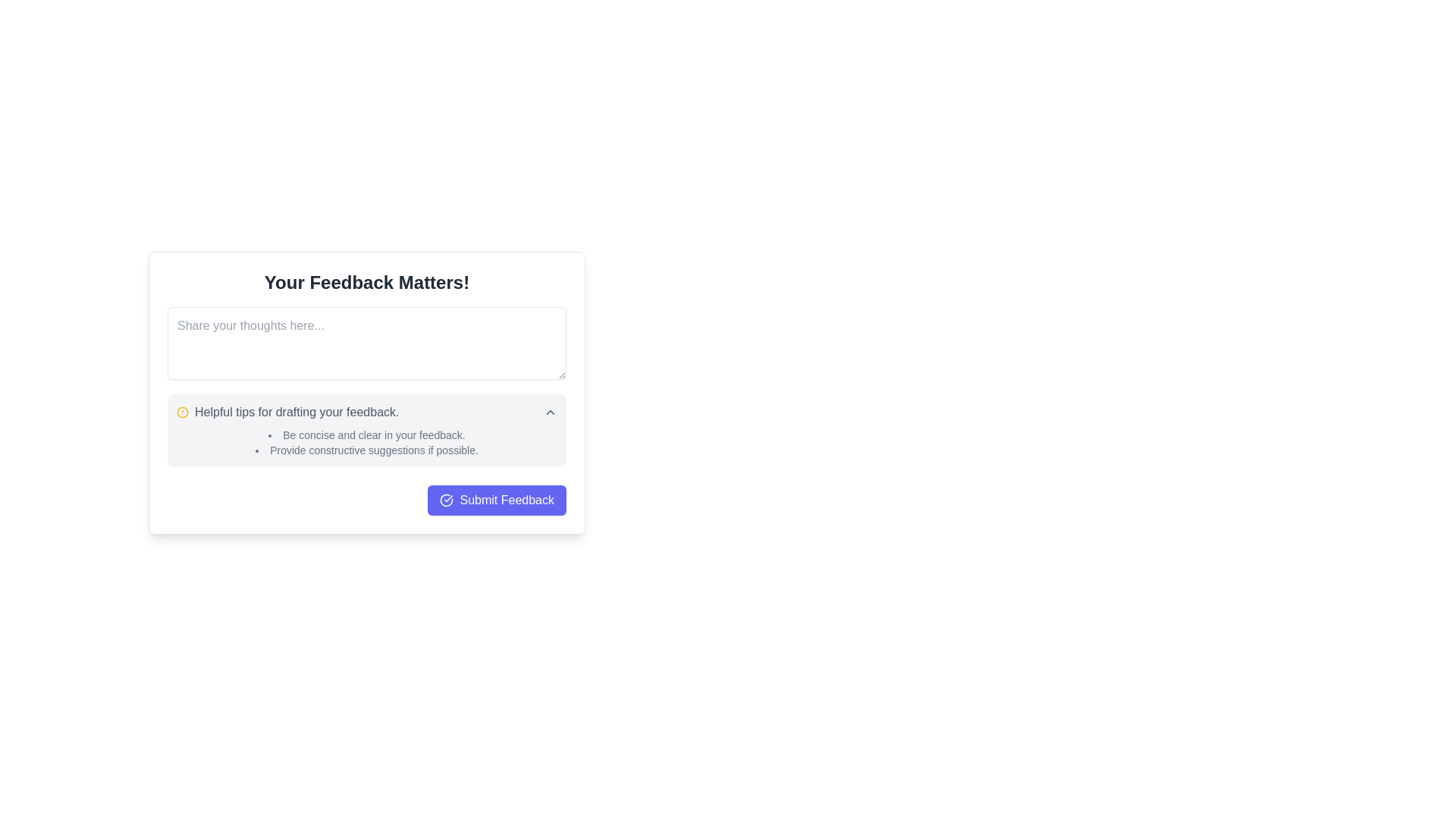 Image resolution: width=1456 pixels, height=819 pixels. Describe the element at coordinates (367, 283) in the screenshot. I see `the prominent header text element reading 'Your Feedback Matters!' at the top of the feedback form interface` at that location.